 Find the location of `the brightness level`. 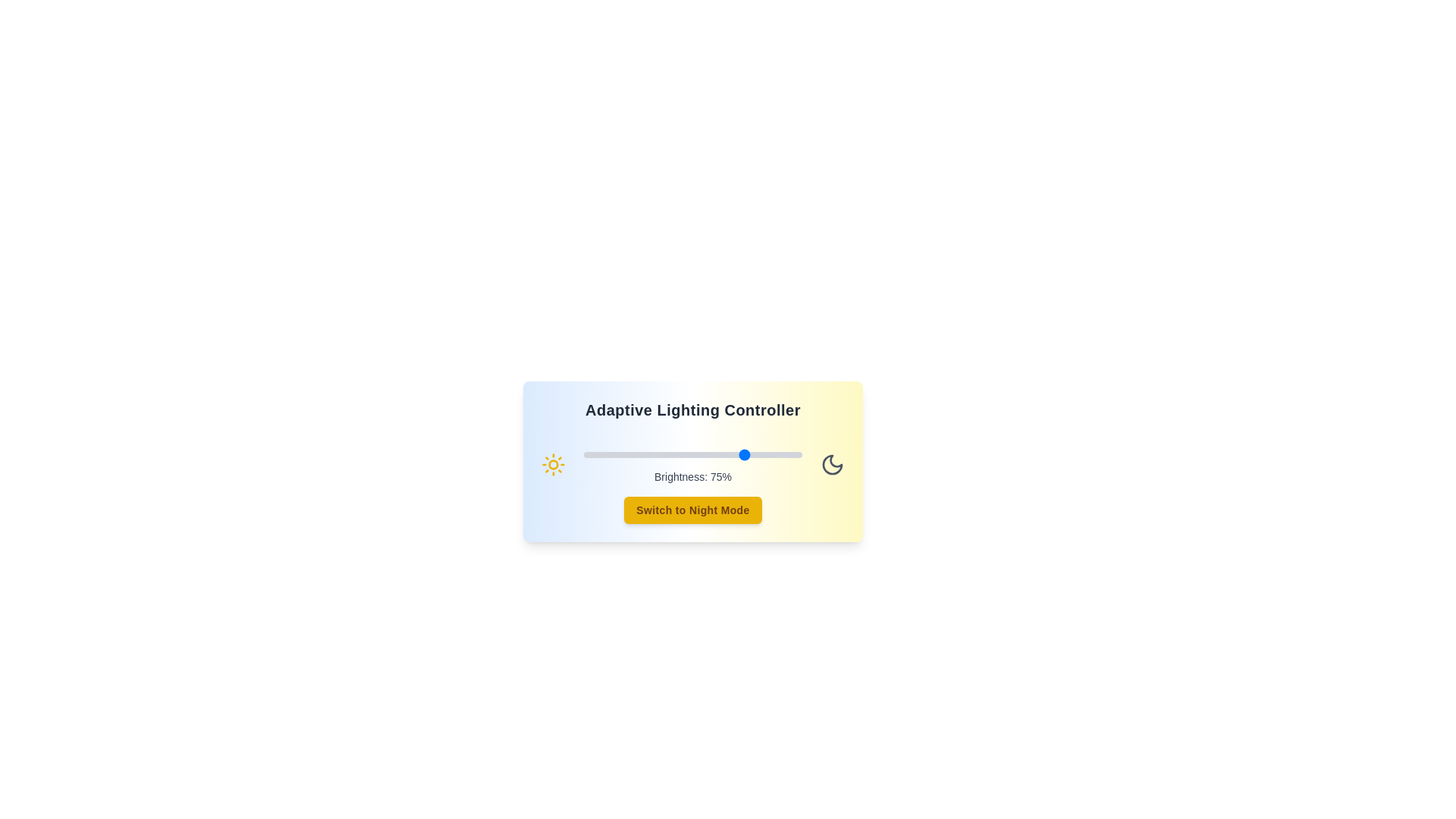

the brightness level is located at coordinates (736, 454).